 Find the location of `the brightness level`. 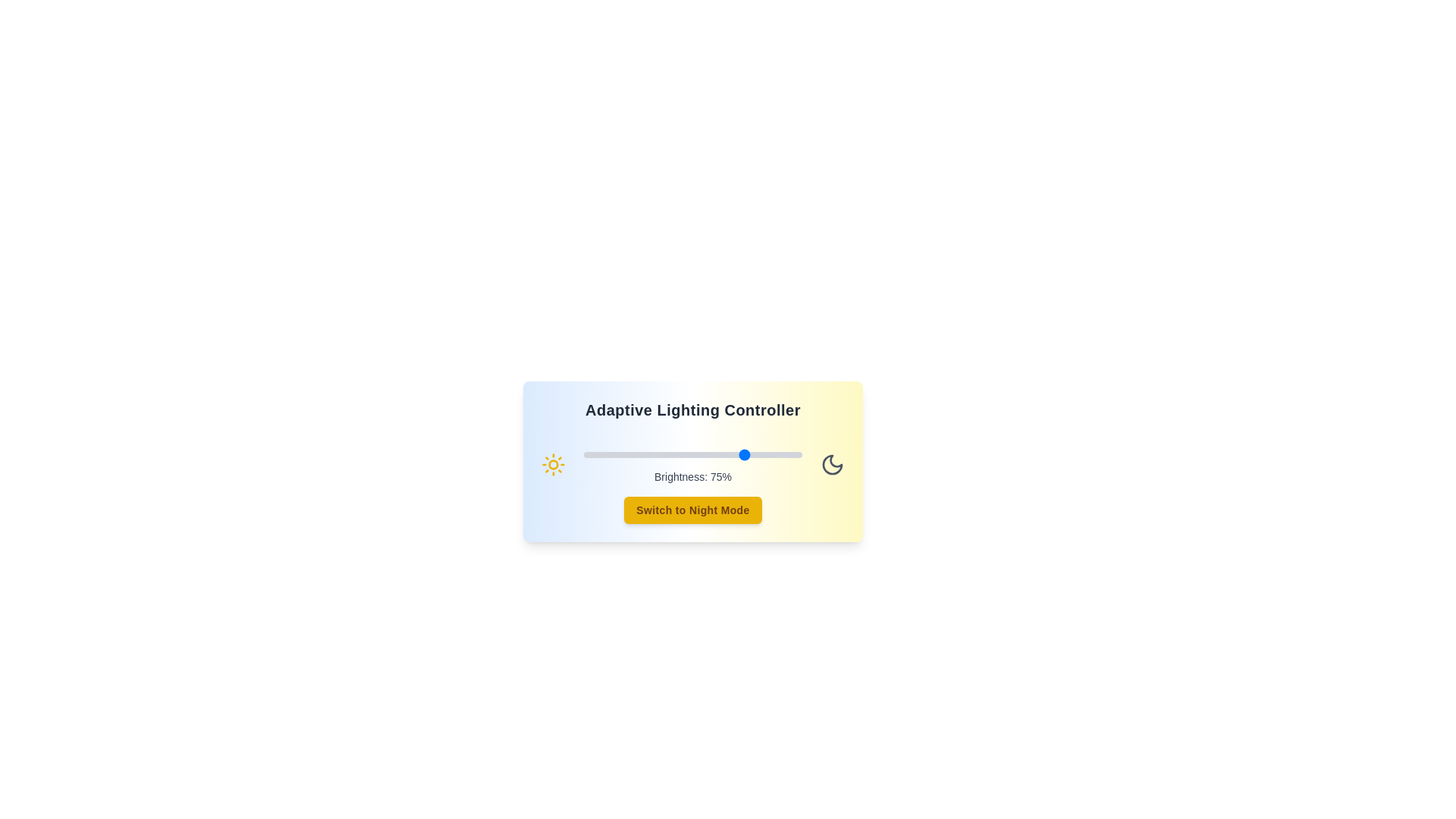

the brightness level is located at coordinates (736, 454).